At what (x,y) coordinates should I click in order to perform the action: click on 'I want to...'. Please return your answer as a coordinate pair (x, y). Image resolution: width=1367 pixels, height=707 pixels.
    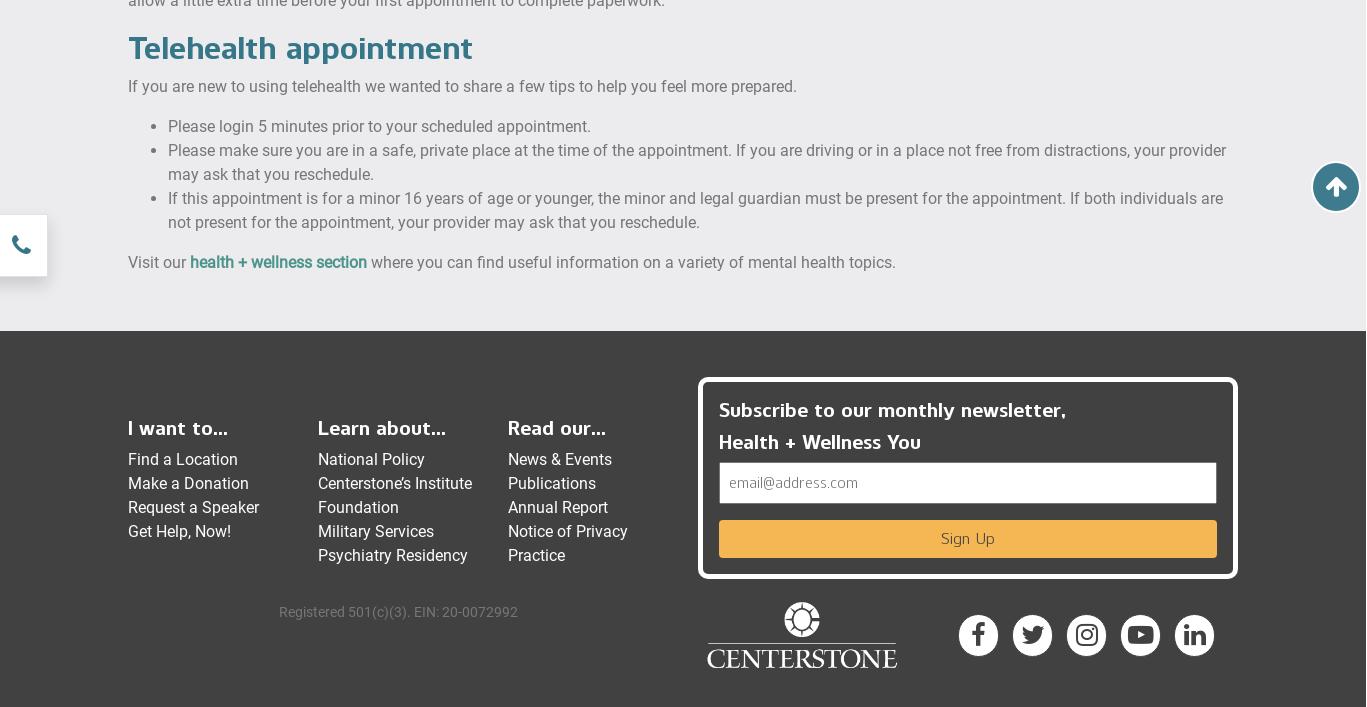
    Looking at the image, I should click on (176, 426).